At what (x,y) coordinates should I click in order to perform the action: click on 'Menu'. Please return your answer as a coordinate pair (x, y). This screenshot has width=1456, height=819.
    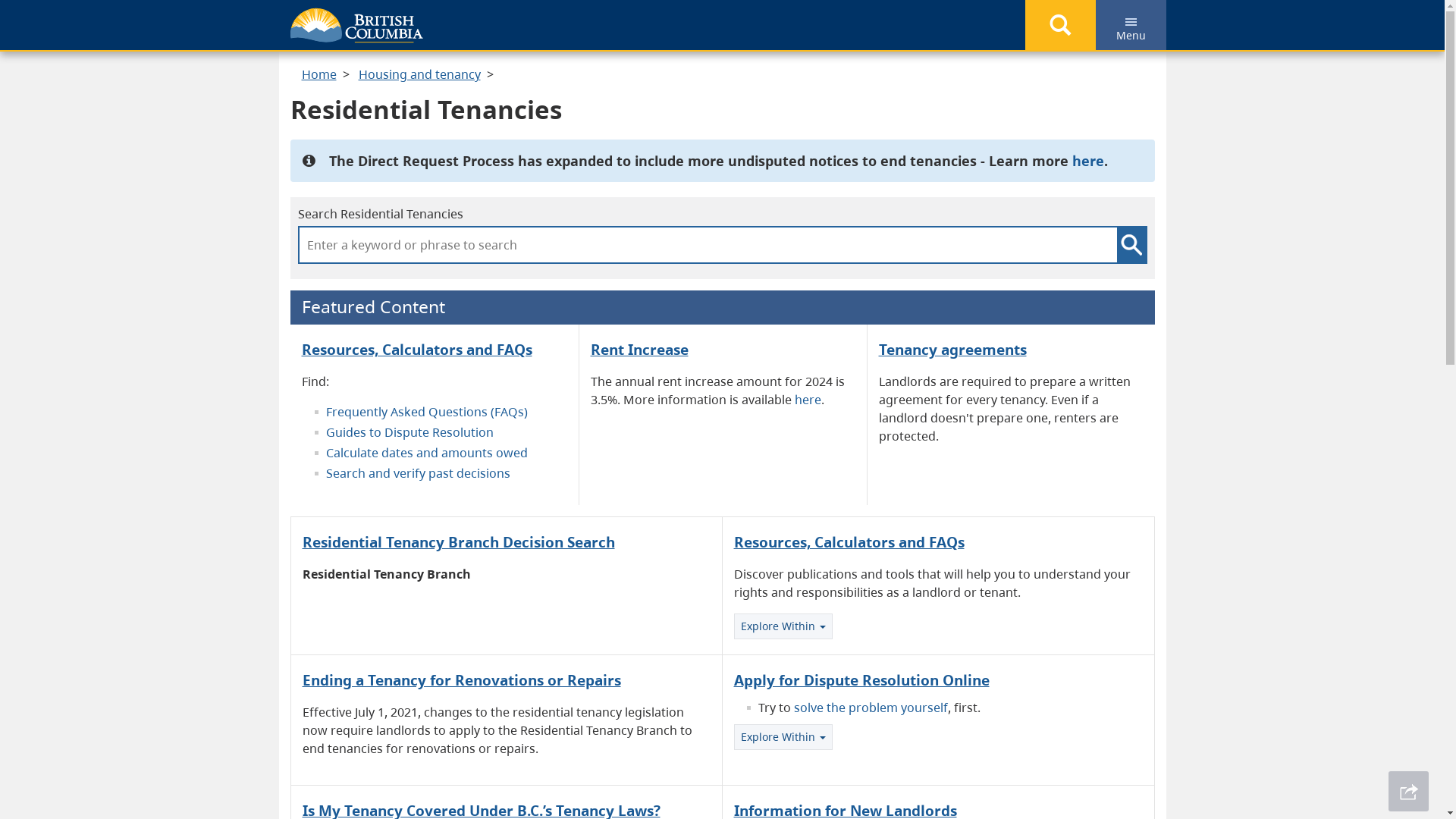
    Looking at the image, I should click on (1130, 25).